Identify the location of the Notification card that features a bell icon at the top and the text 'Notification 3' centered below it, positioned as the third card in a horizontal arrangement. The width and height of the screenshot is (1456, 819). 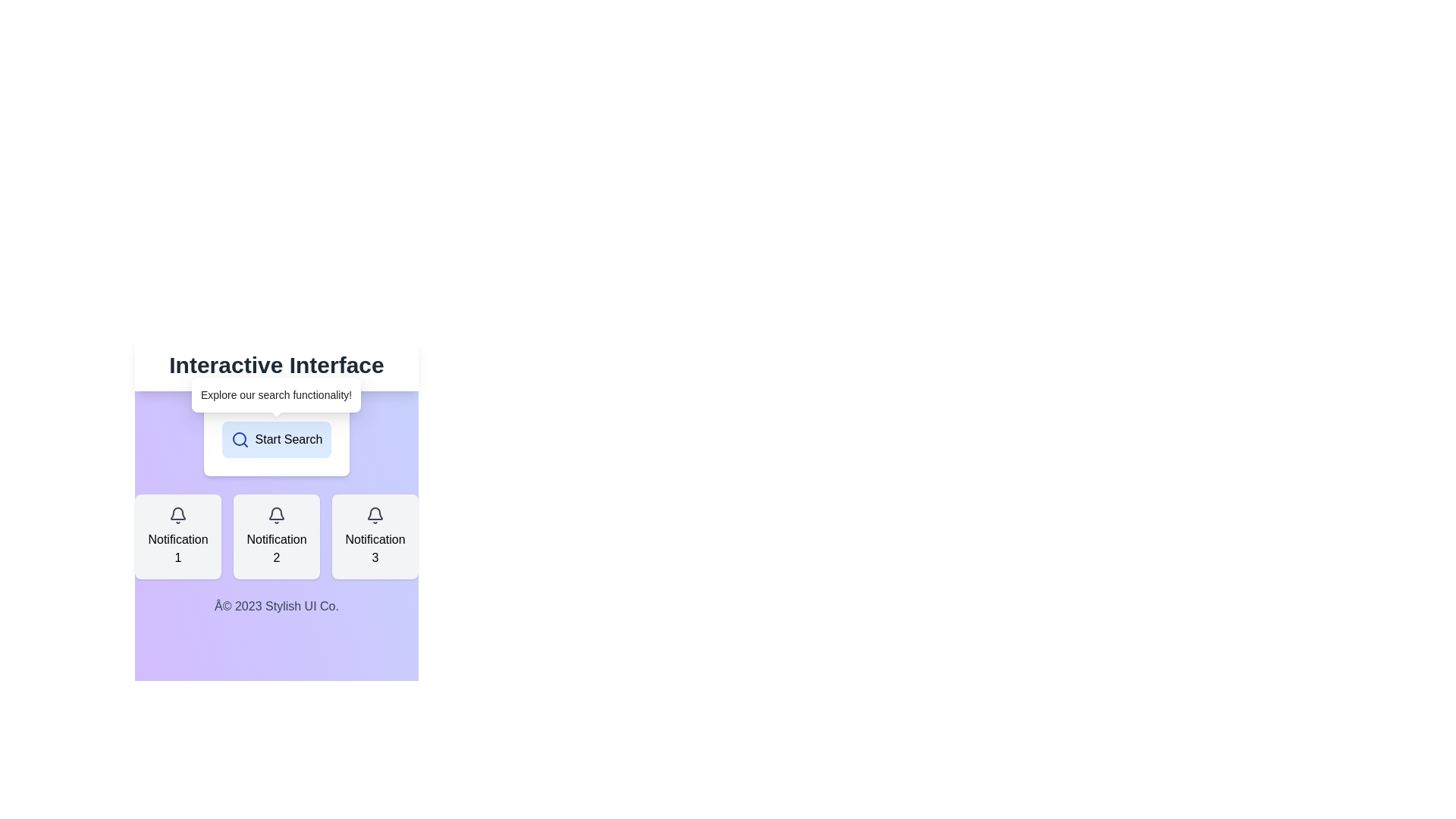
(375, 536).